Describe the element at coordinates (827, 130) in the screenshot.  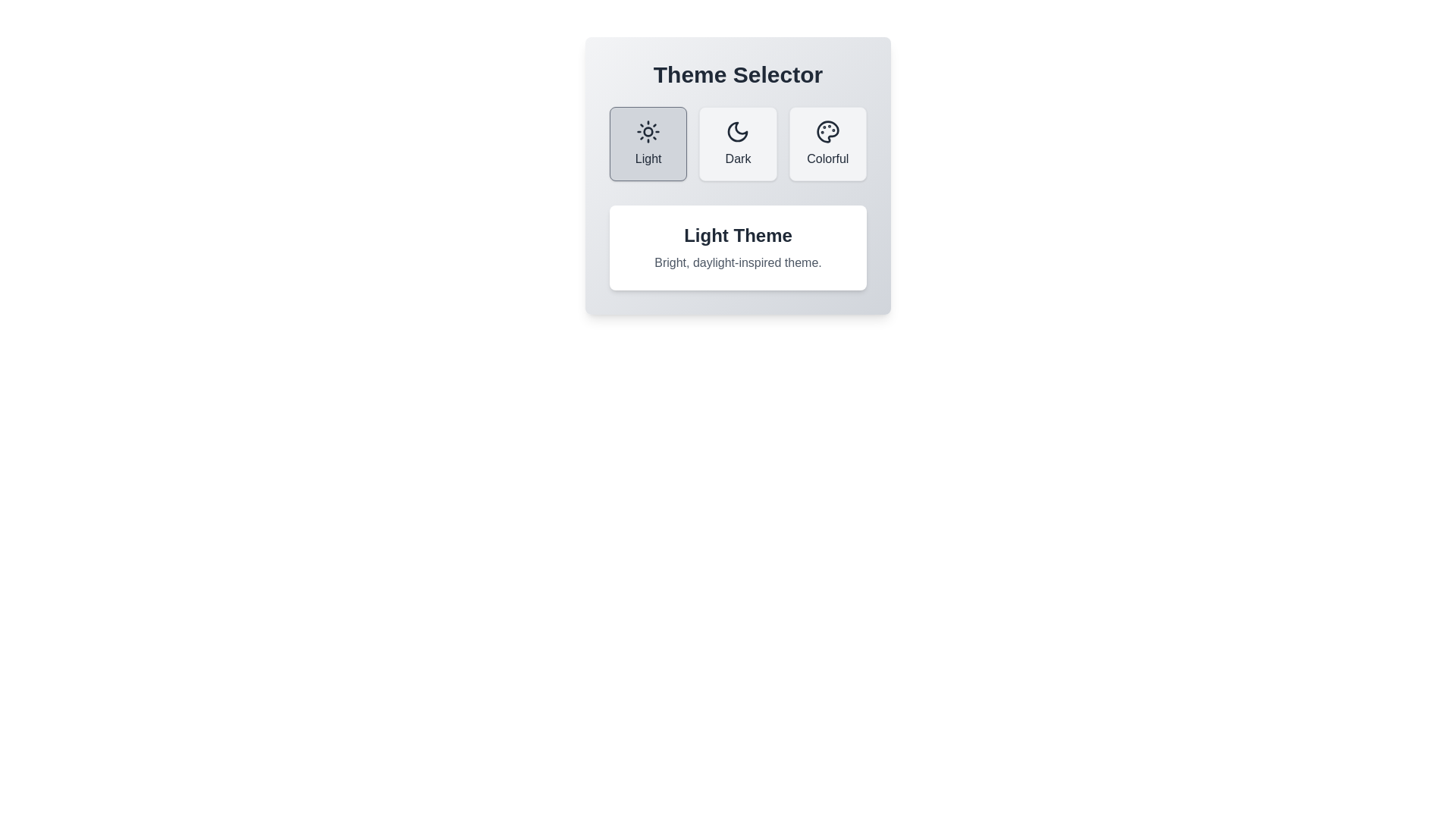
I see `the 'Colorful' theme icon located at the top-right corner of the theme selector interface, adjacent to the 'Dark' theme button` at that location.